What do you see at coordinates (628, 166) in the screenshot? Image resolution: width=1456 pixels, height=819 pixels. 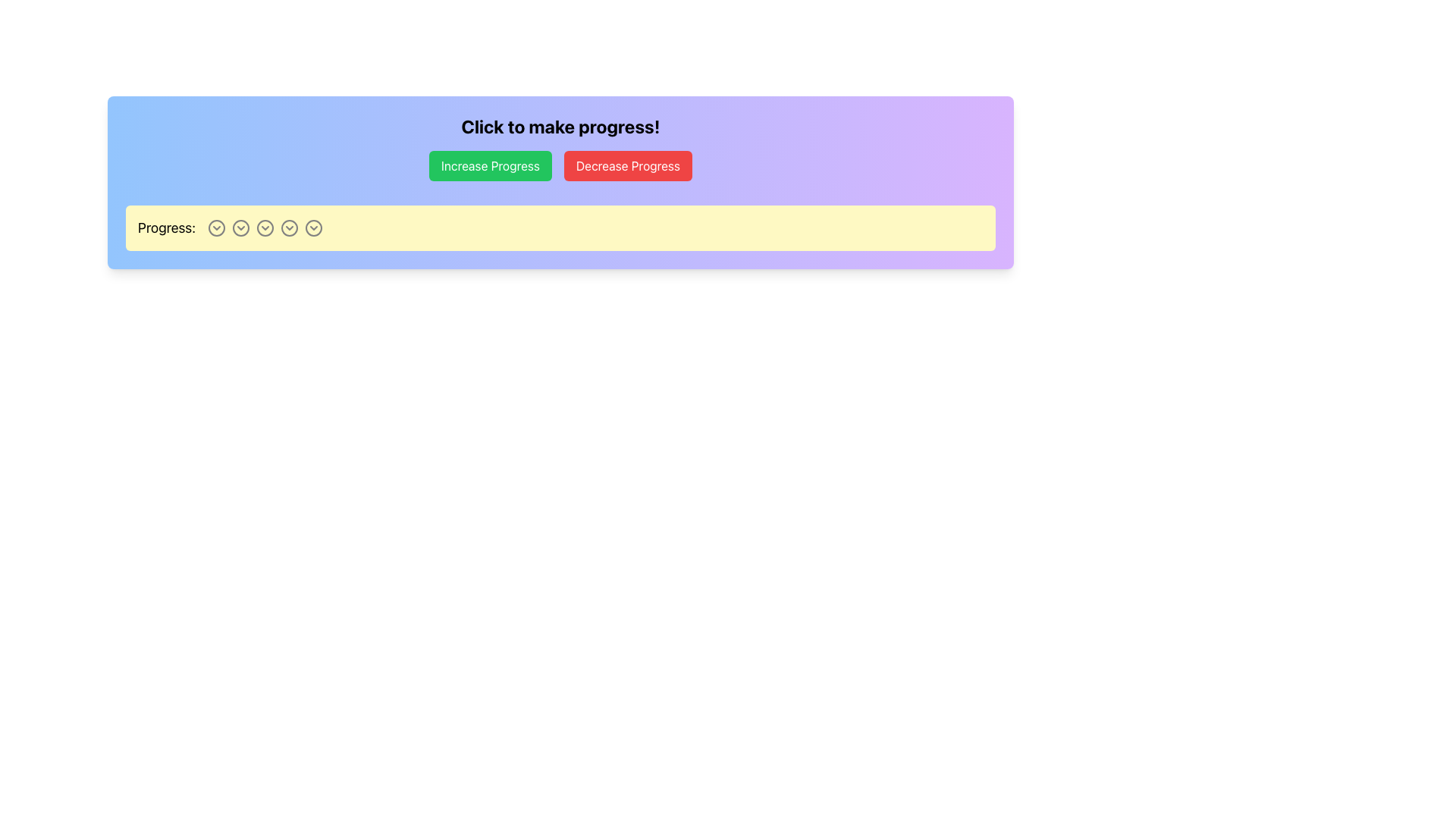 I see `the 'Decrease Progress' button, which is a red rectangular button with rounded corners` at bounding box center [628, 166].